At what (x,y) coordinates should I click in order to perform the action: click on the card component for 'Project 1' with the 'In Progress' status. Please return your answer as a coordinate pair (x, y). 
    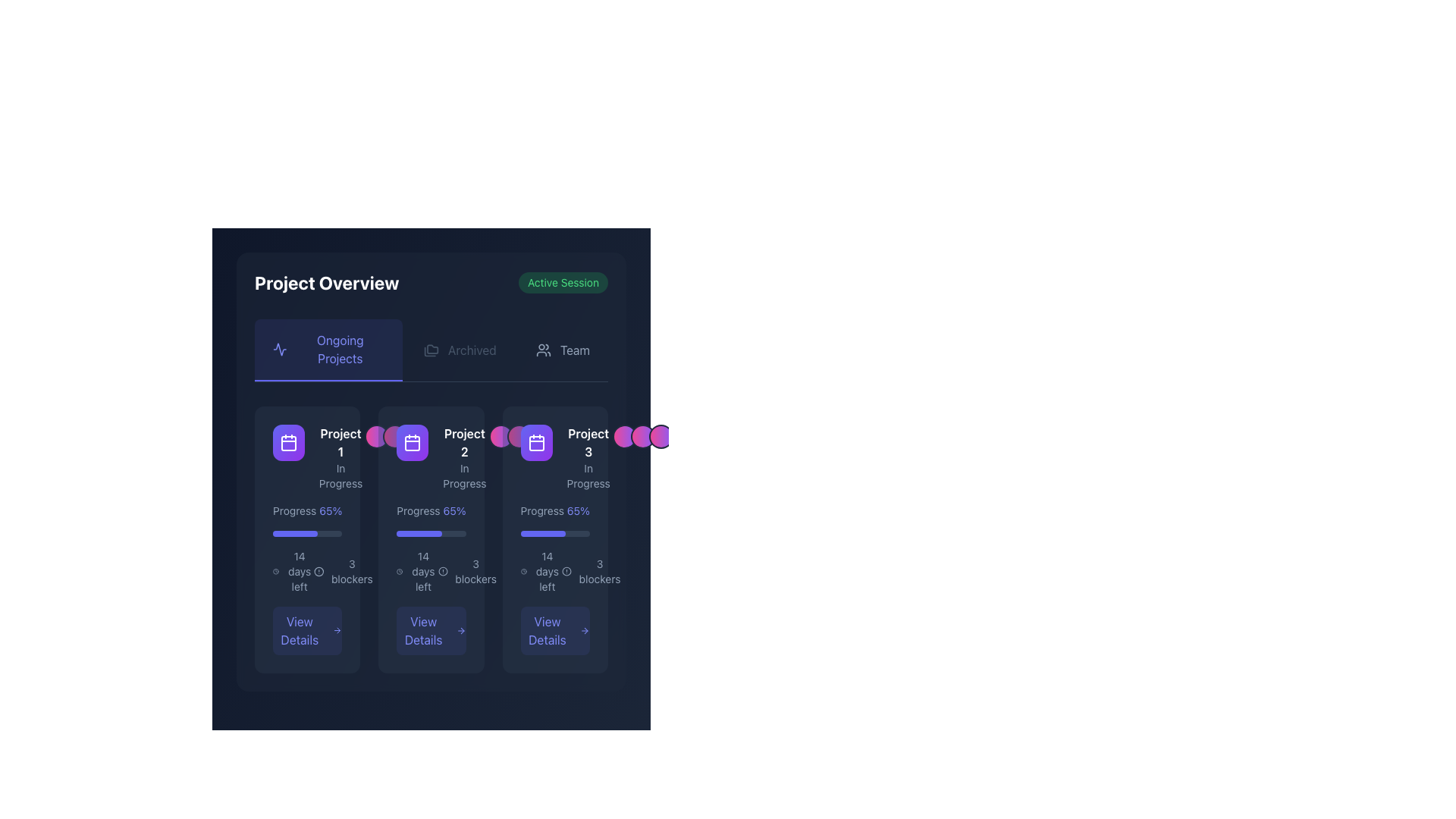
    Looking at the image, I should click on (318, 457).